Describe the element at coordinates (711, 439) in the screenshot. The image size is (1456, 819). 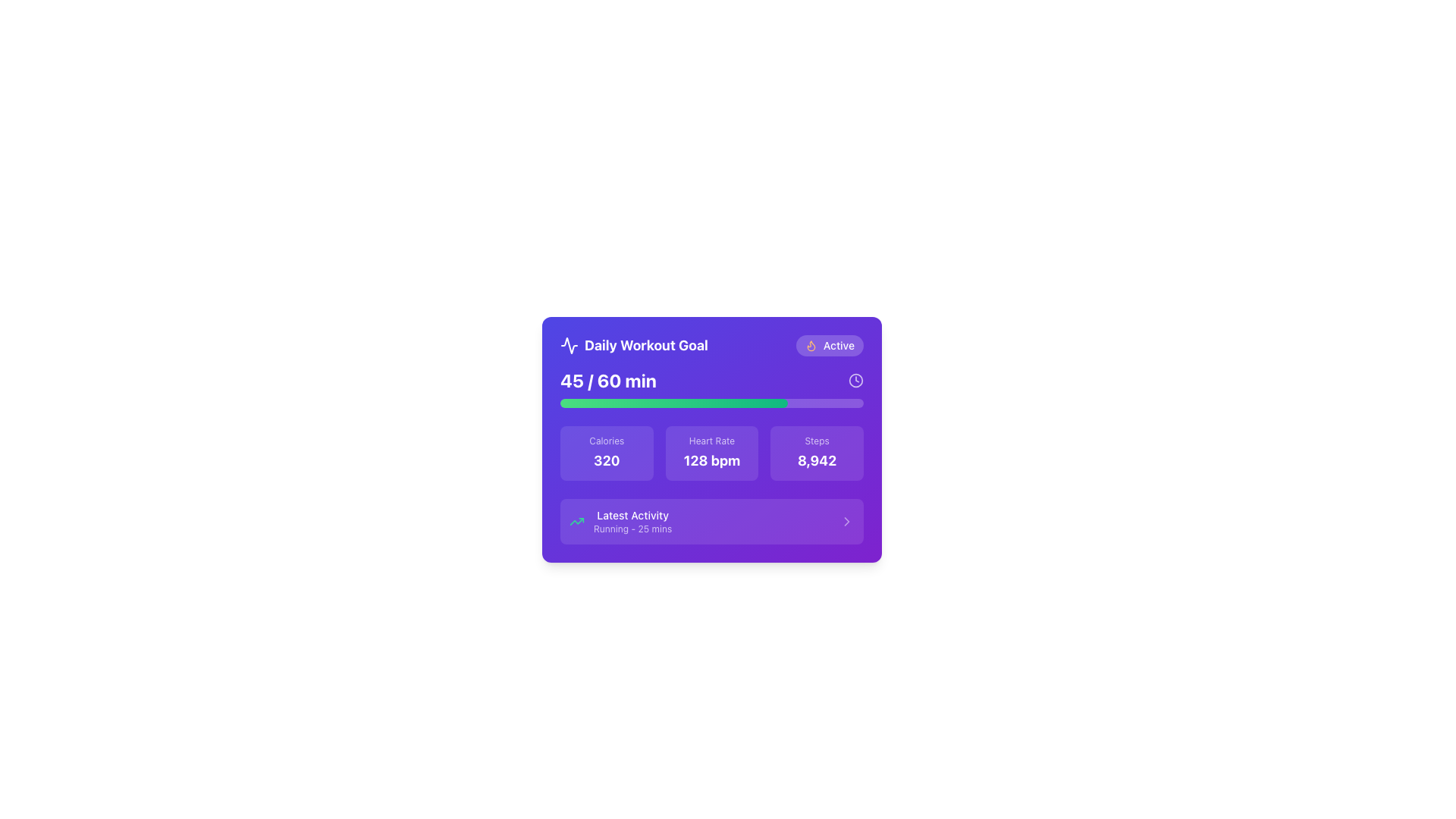
I see `the Information panel that summarizes daily workout goals and achievements, positioned centrally within the interface, to access related elements outside` at that location.